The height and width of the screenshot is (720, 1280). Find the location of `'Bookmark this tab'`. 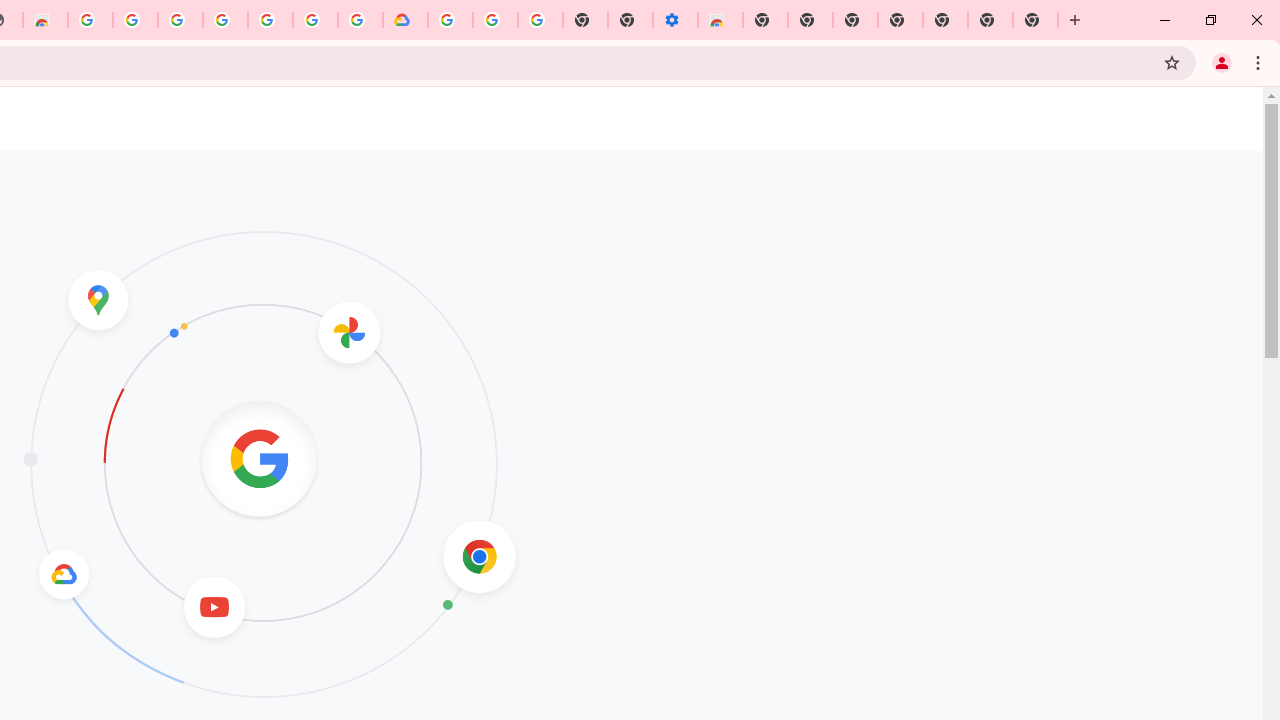

'Bookmark this tab' is located at coordinates (1171, 61).